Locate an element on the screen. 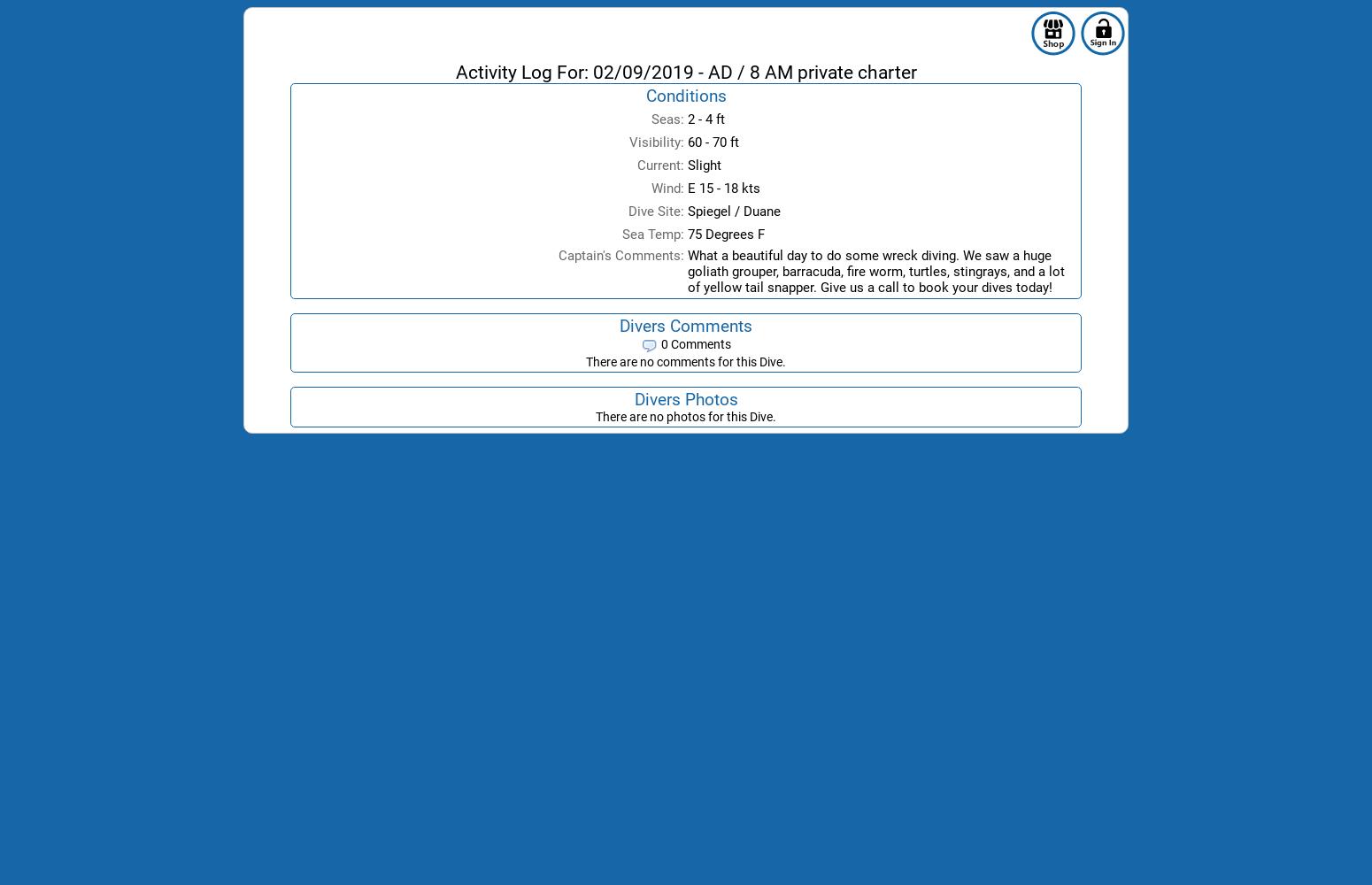 The image size is (1372, 885). 'Divers Comments' is located at coordinates (619, 326).